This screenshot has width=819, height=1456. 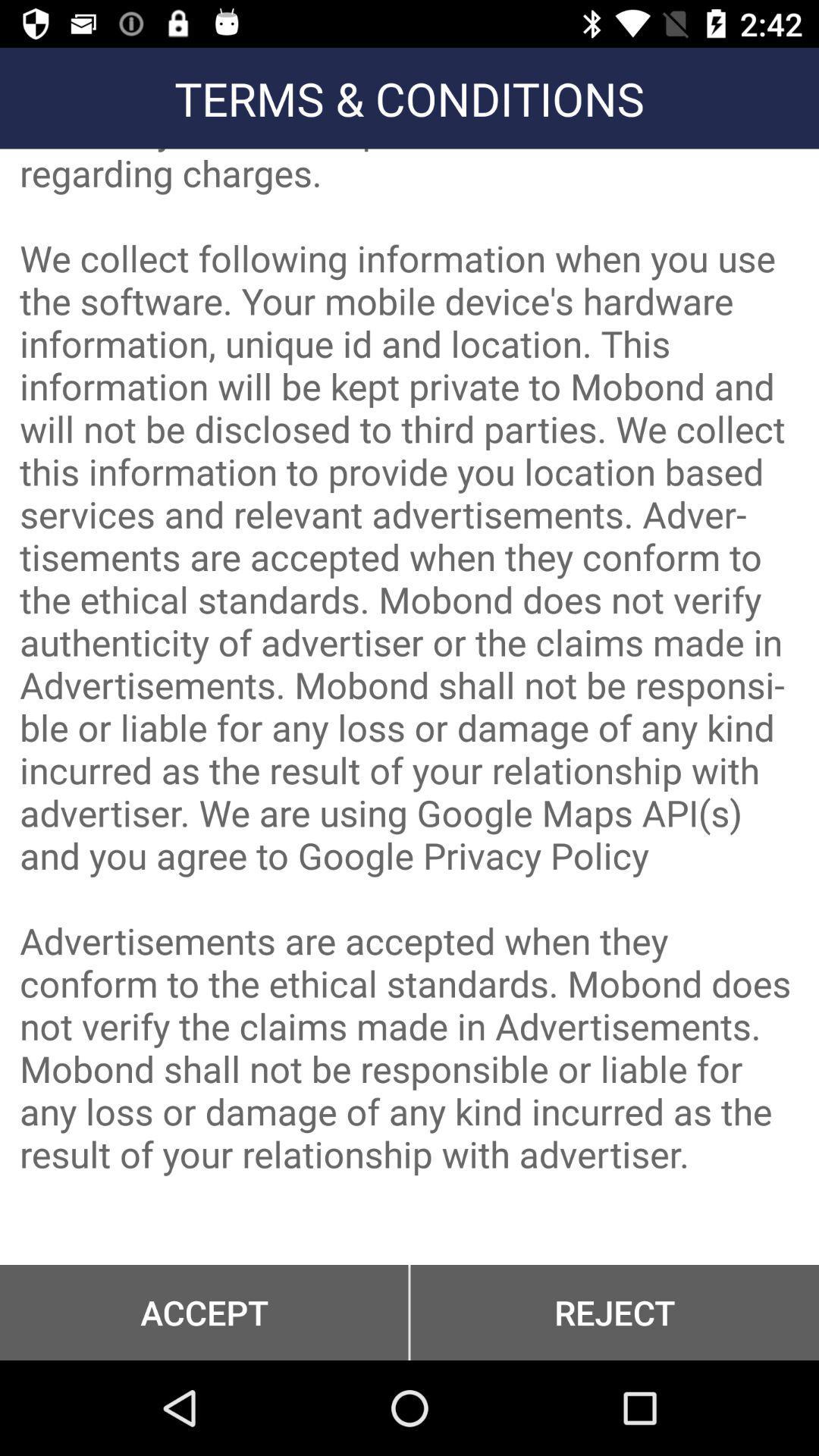 I want to click on the reject button, so click(x=614, y=1312).